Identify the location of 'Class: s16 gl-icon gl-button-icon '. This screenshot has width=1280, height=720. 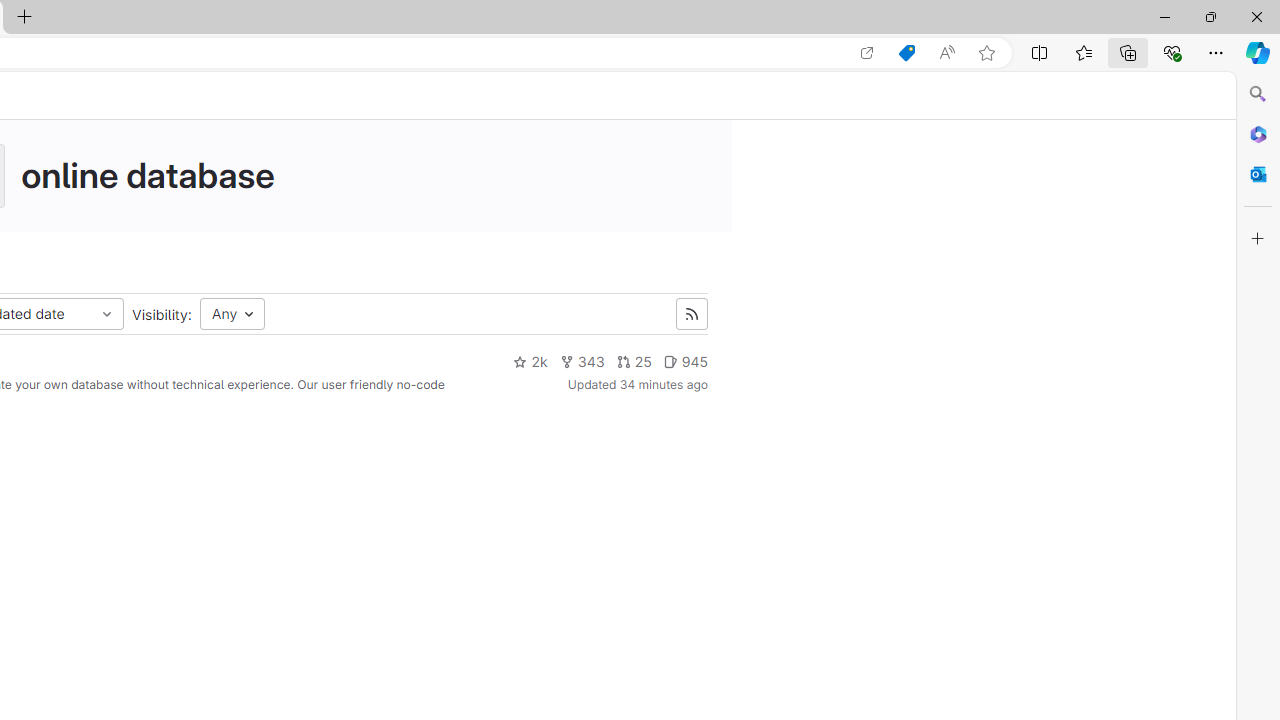
(691, 314).